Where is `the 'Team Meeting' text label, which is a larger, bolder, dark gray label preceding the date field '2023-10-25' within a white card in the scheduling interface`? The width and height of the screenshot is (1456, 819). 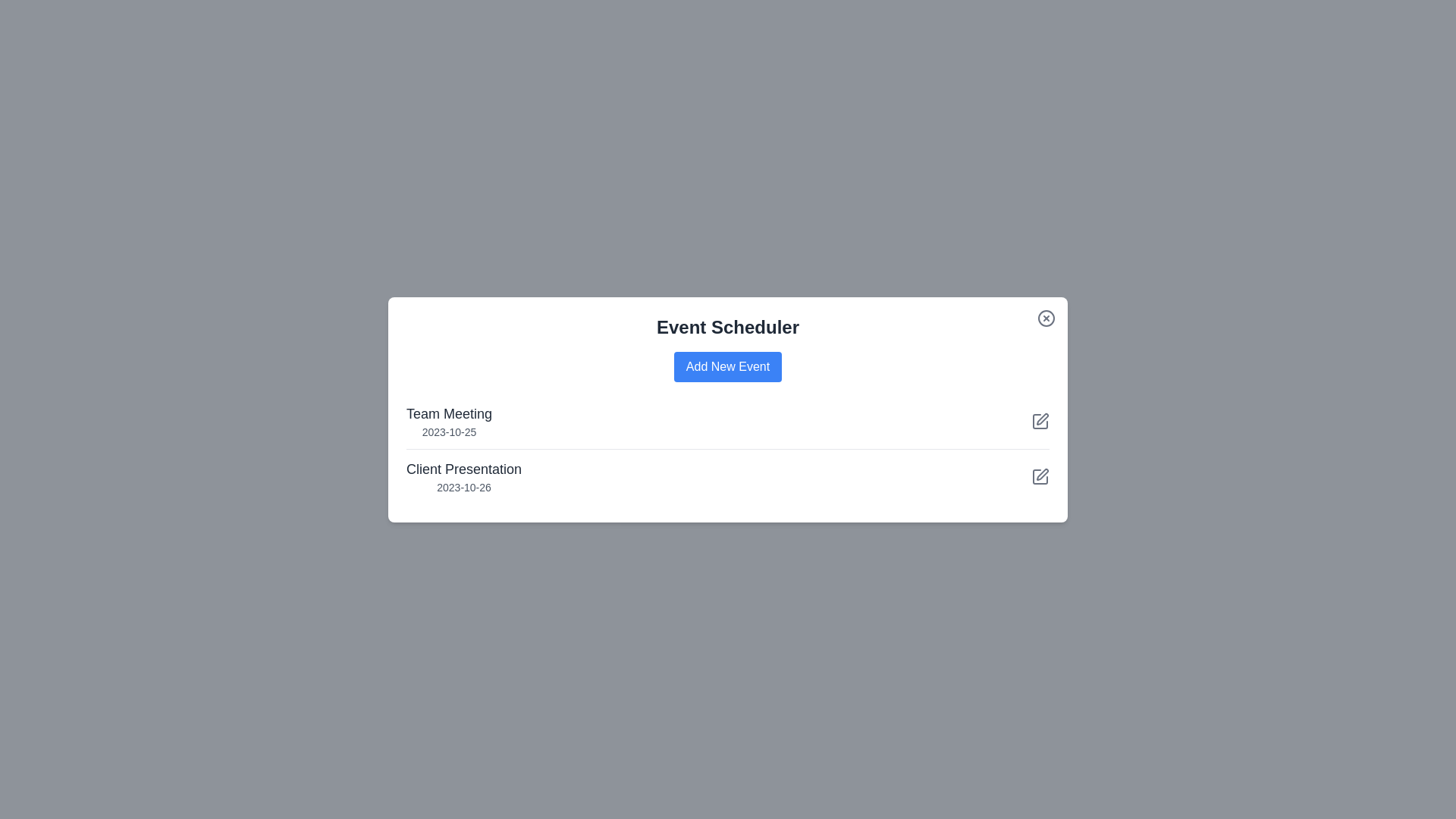
the 'Team Meeting' text label, which is a larger, bolder, dark gray label preceding the date field '2023-10-25' within a white card in the scheduling interface is located at coordinates (448, 413).